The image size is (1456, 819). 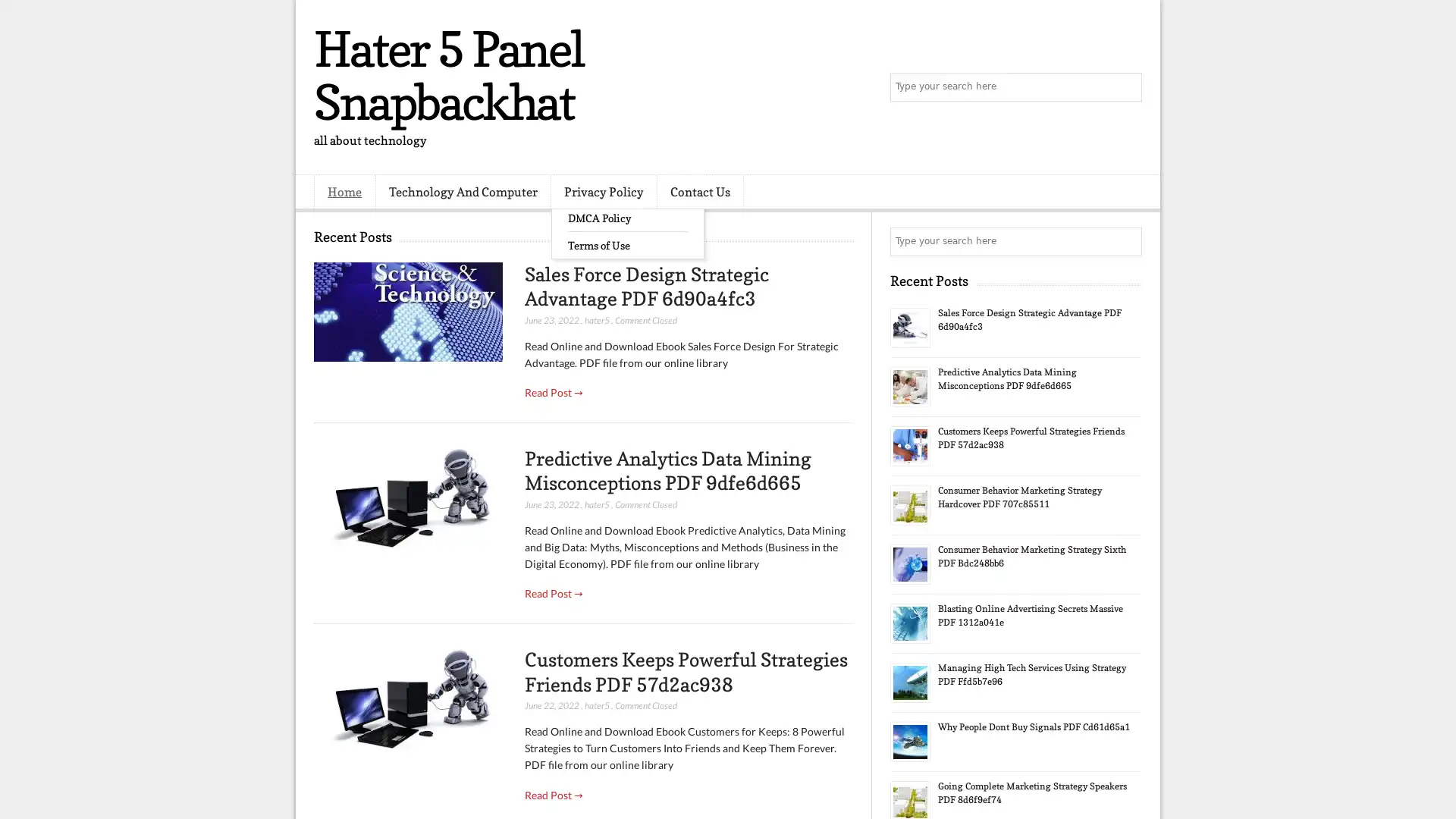 I want to click on Search, so click(x=1126, y=241).